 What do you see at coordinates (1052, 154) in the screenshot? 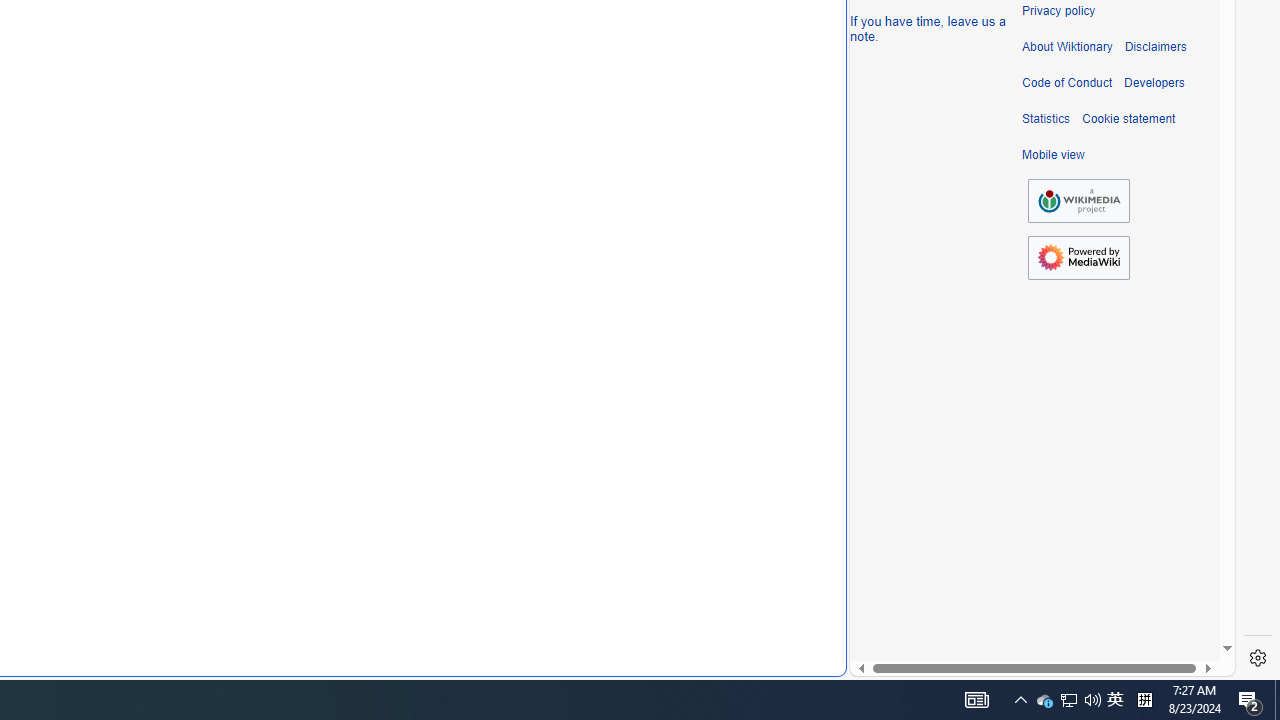
I see `'Mobile view'` at bounding box center [1052, 154].